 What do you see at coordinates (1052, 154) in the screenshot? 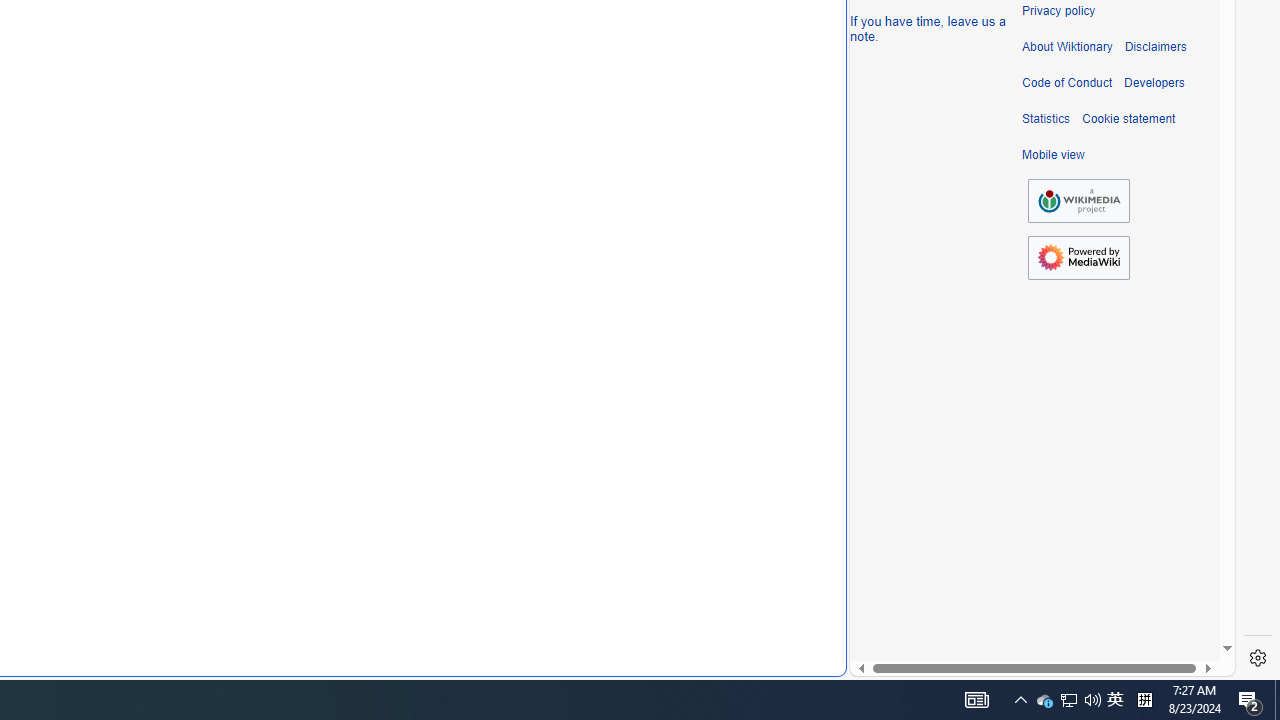
I see `'Mobile view'` at bounding box center [1052, 154].